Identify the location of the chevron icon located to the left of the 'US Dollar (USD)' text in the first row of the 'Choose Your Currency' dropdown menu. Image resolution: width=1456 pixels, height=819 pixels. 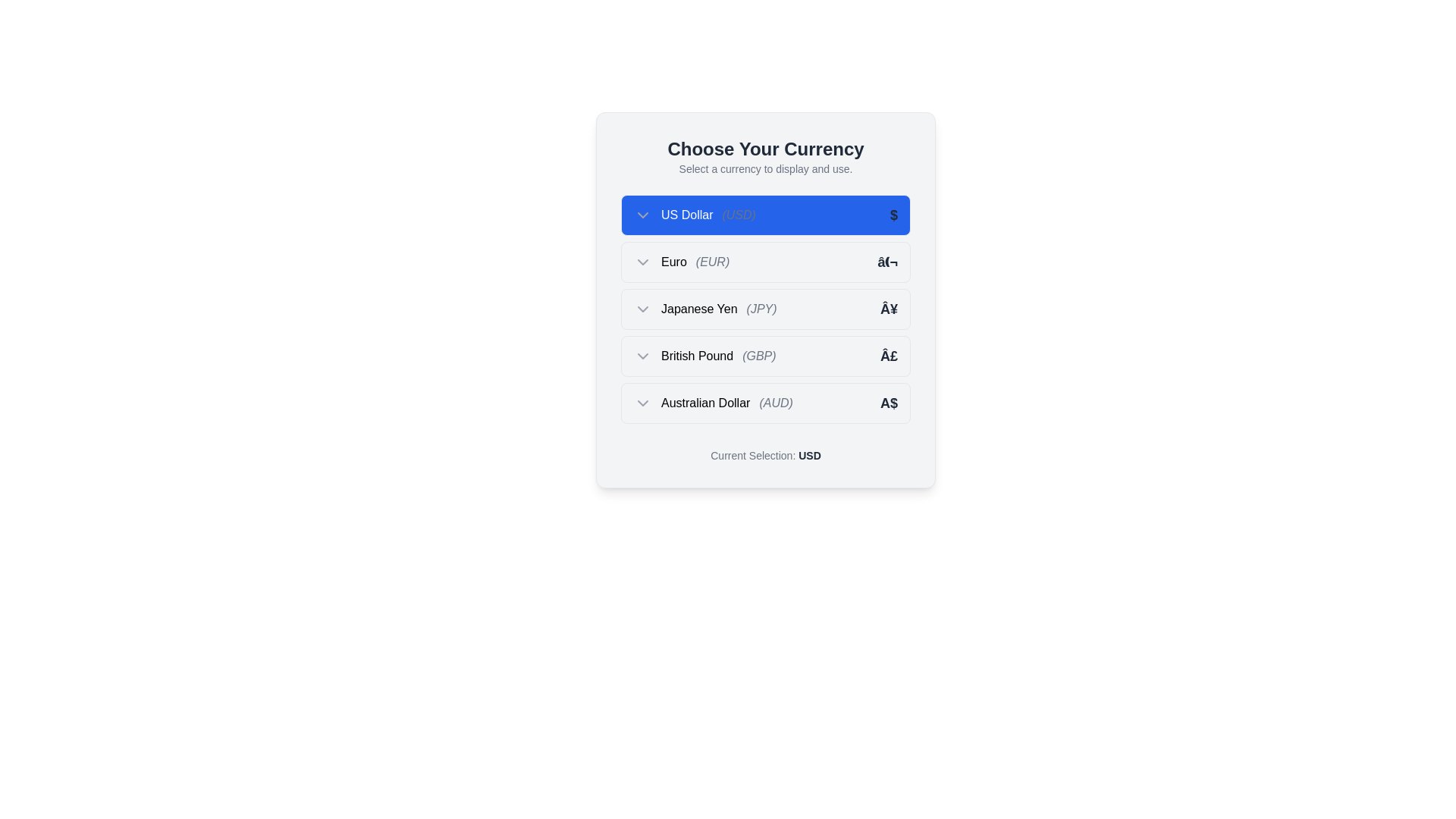
(643, 215).